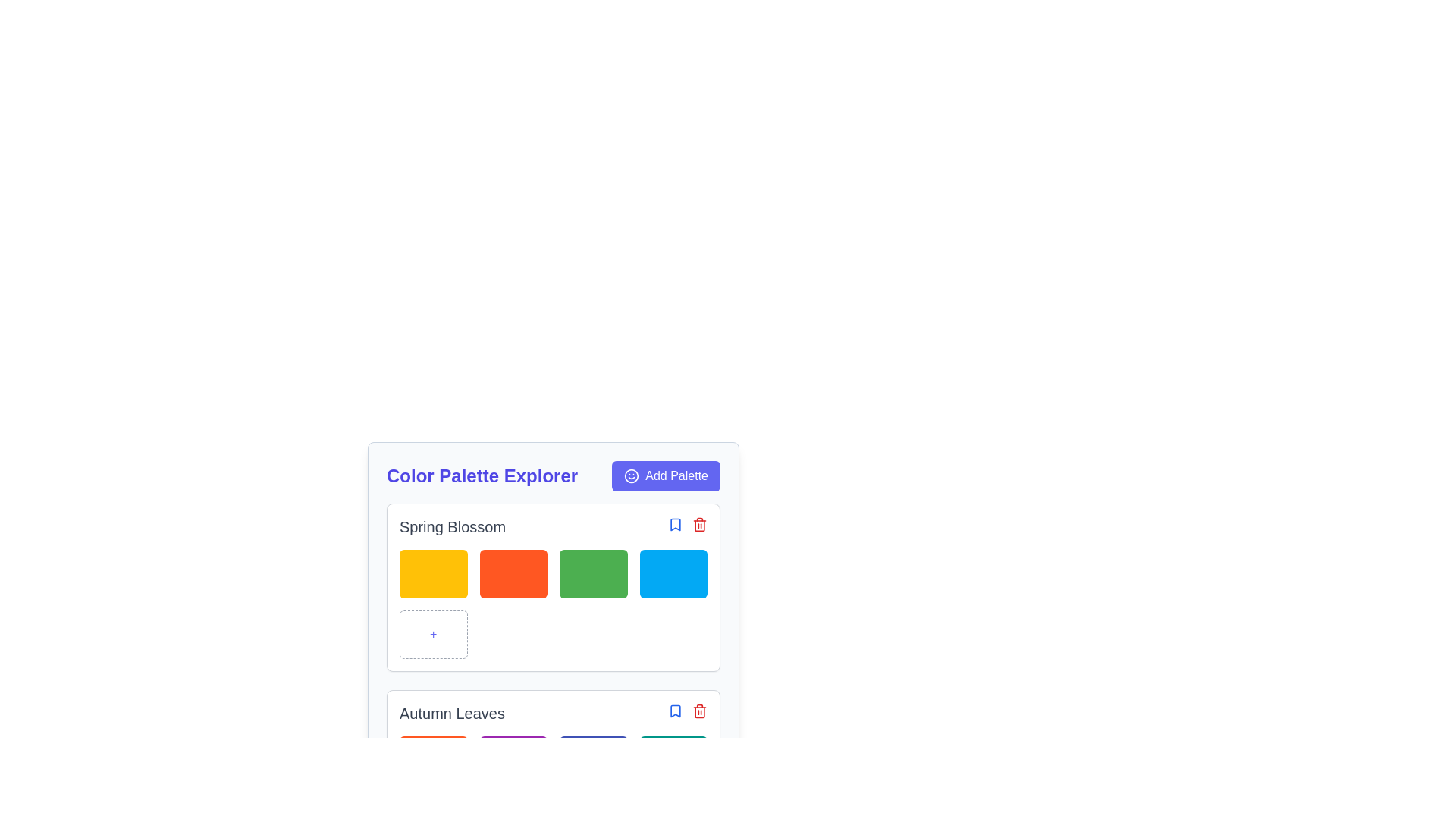  I want to click on the red trash can icon located at the rightmost side of the 'Spring Blossom' color palette section, so click(687, 526).